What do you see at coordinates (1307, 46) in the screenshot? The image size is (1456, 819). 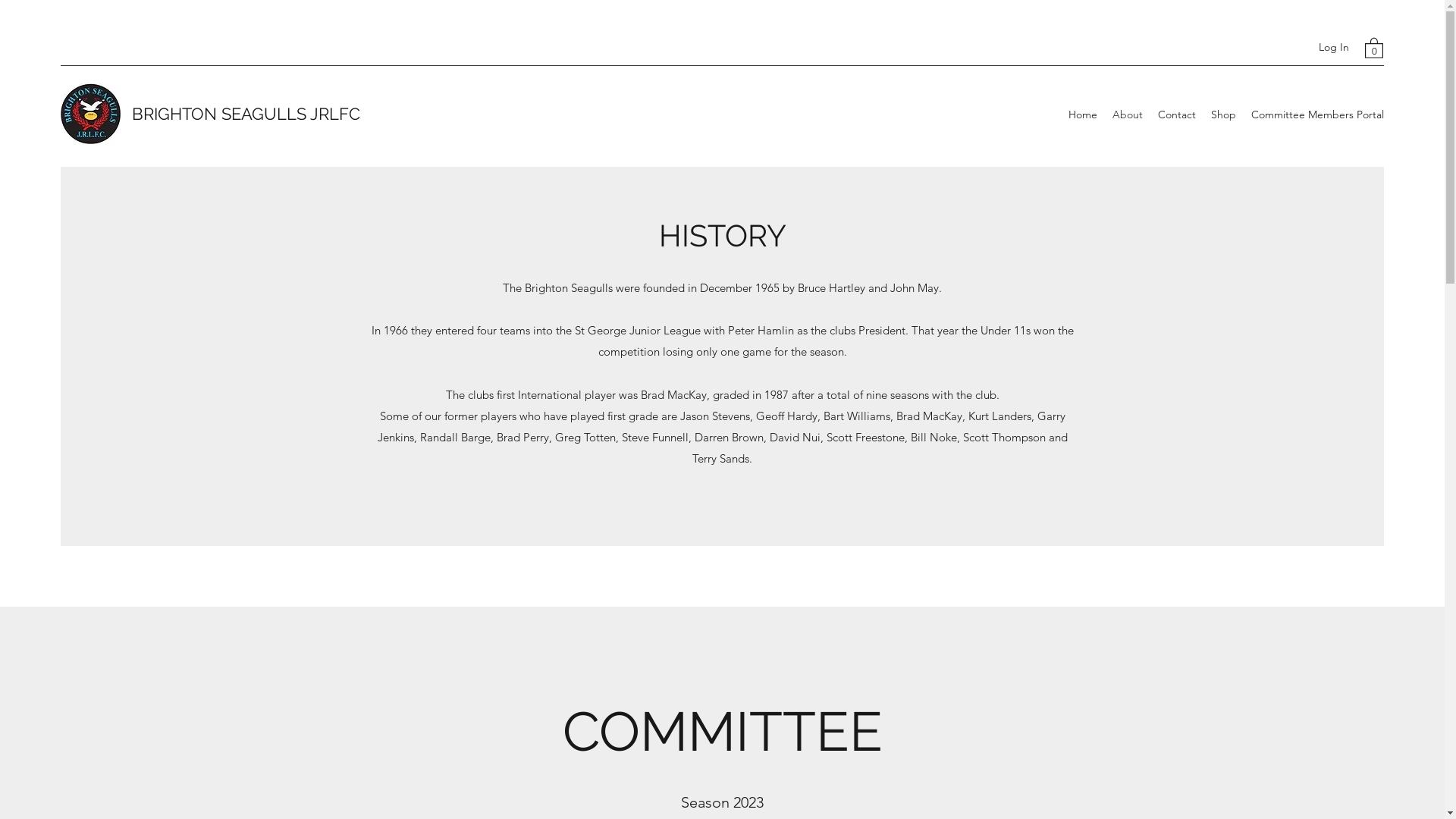 I see `'Log In'` at bounding box center [1307, 46].